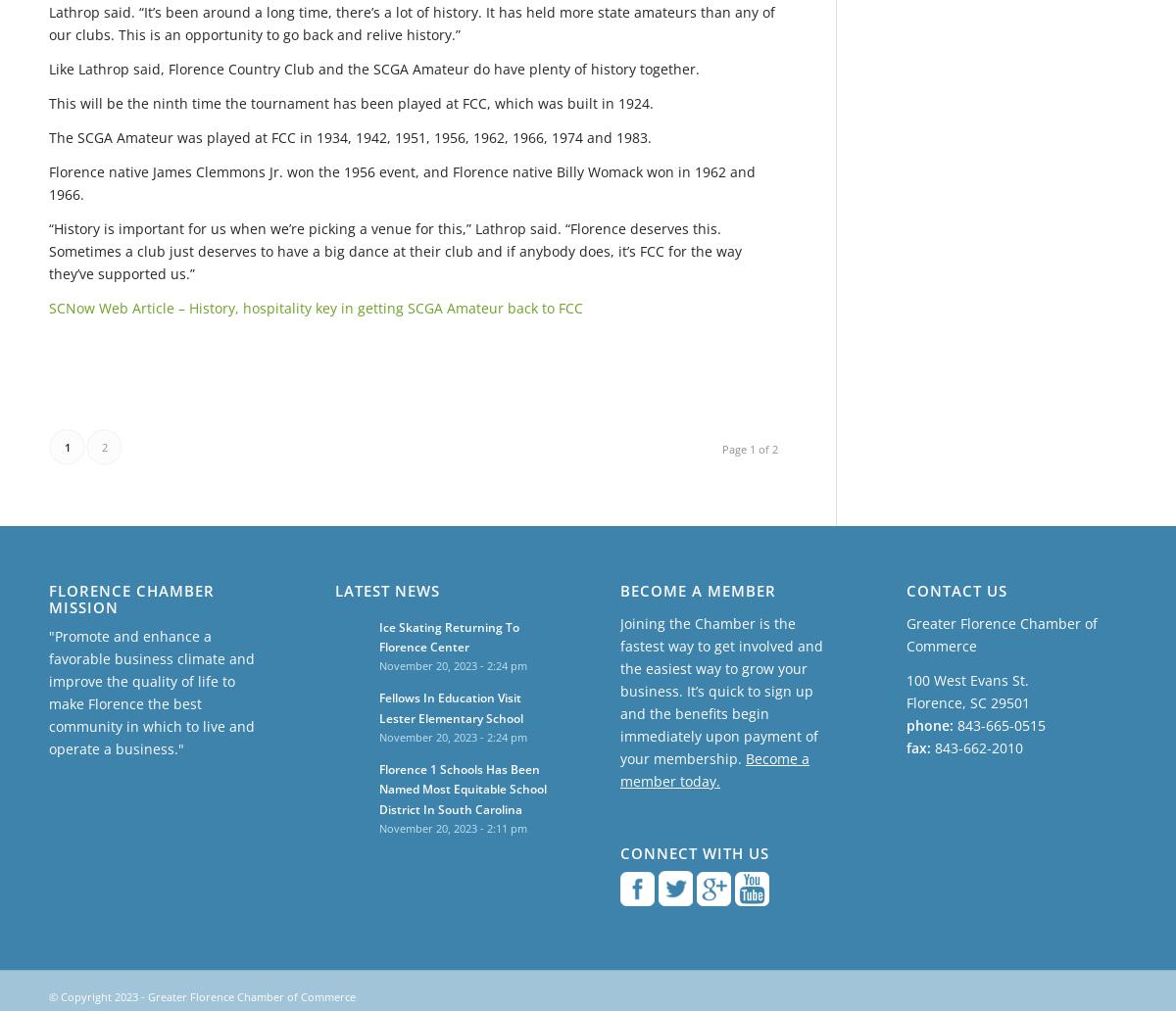 The width and height of the screenshot is (1176, 1011). I want to click on '2', so click(103, 445).